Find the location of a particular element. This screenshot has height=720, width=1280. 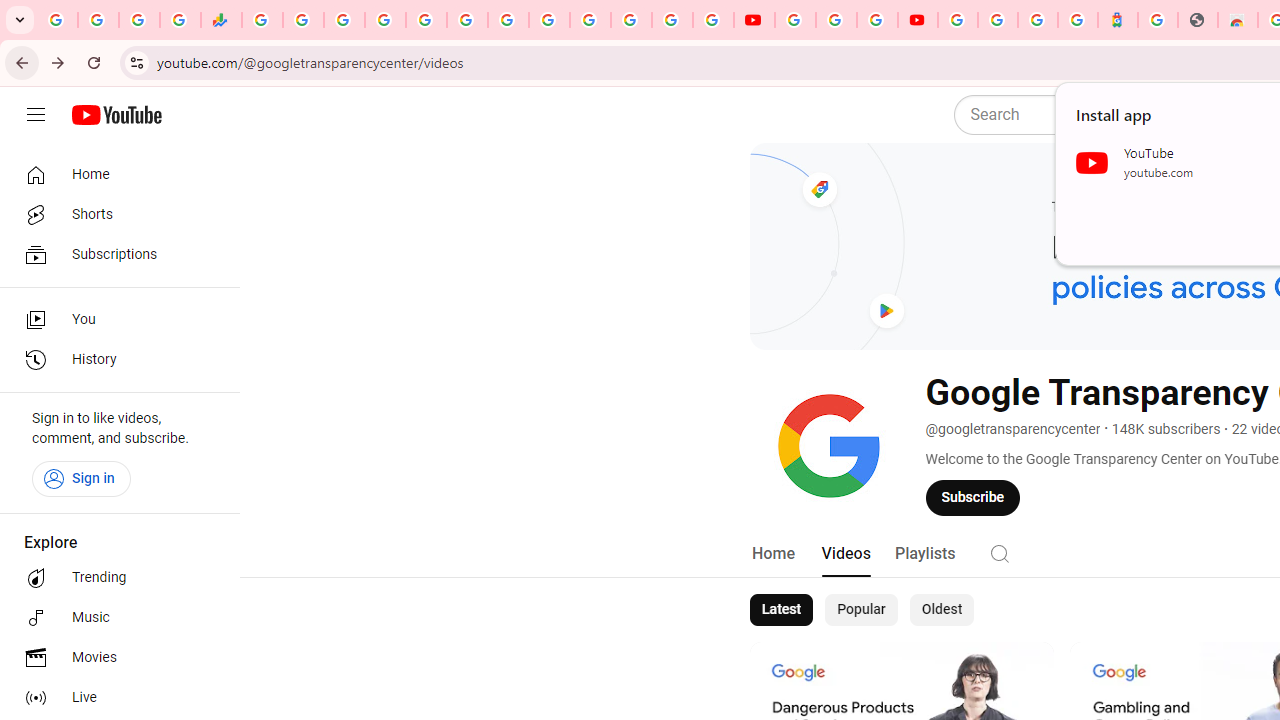

'Shorts' is located at coordinates (112, 214).